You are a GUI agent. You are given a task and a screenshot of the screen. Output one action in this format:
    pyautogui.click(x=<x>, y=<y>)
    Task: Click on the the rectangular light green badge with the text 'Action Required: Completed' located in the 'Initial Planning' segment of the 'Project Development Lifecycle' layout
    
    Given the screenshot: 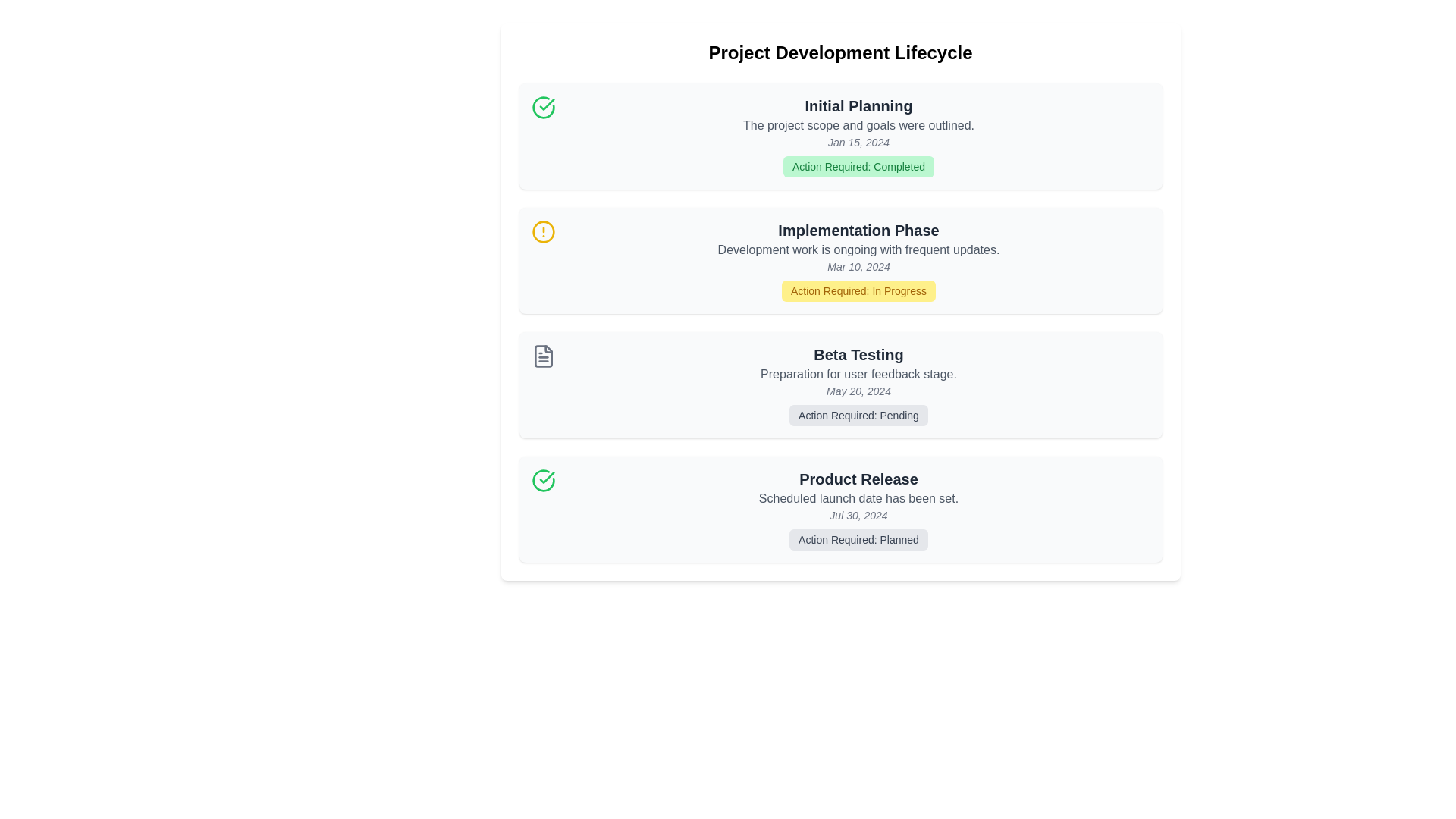 What is the action you would take?
    pyautogui.click(x=858, y=166)
    